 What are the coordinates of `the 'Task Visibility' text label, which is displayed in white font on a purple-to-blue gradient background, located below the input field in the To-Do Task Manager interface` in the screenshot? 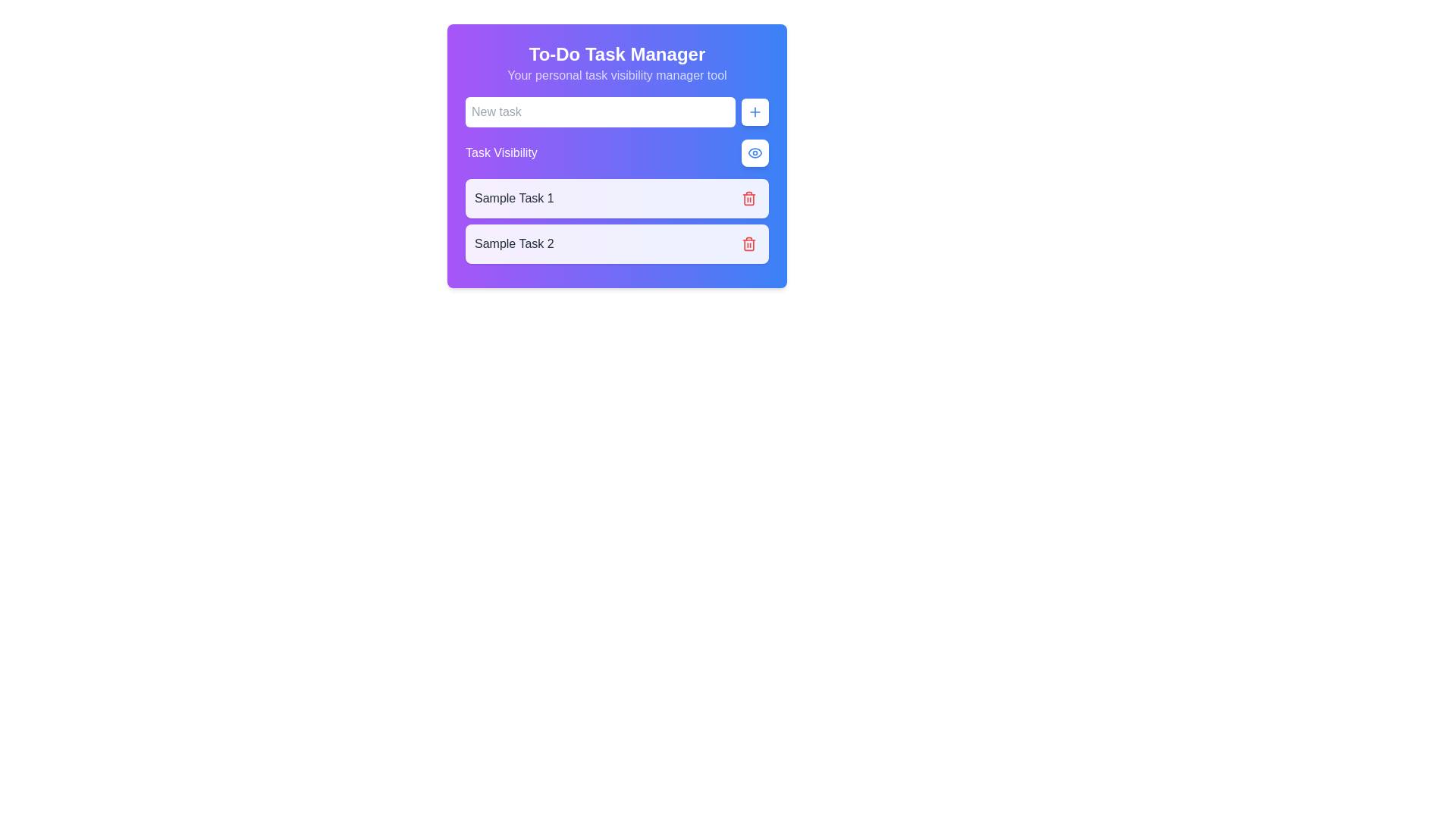 It's located at (501, 152).